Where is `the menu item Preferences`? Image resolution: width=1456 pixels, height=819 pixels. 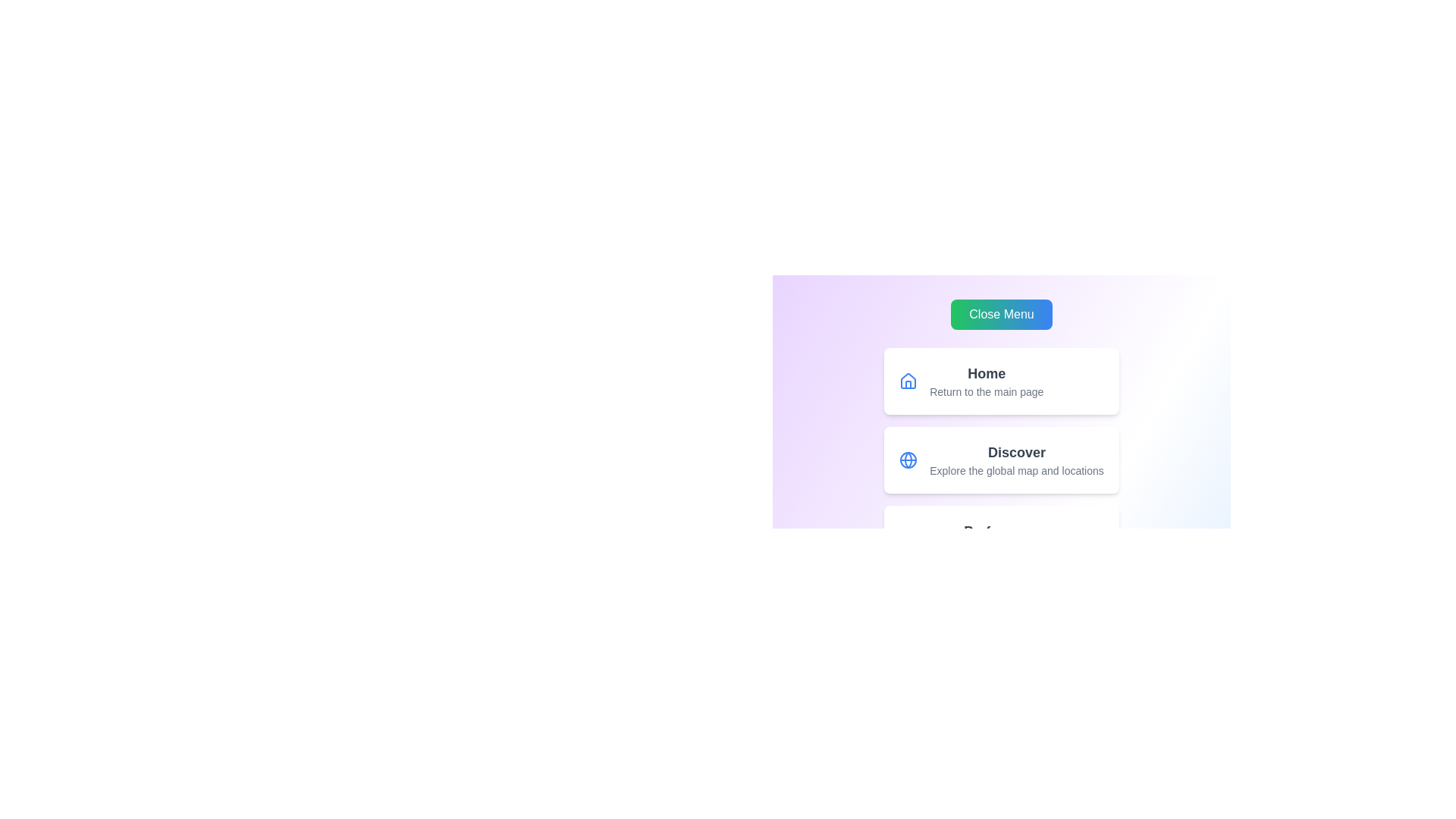 the menu item Preferences is located at coordinates (1001, 538).